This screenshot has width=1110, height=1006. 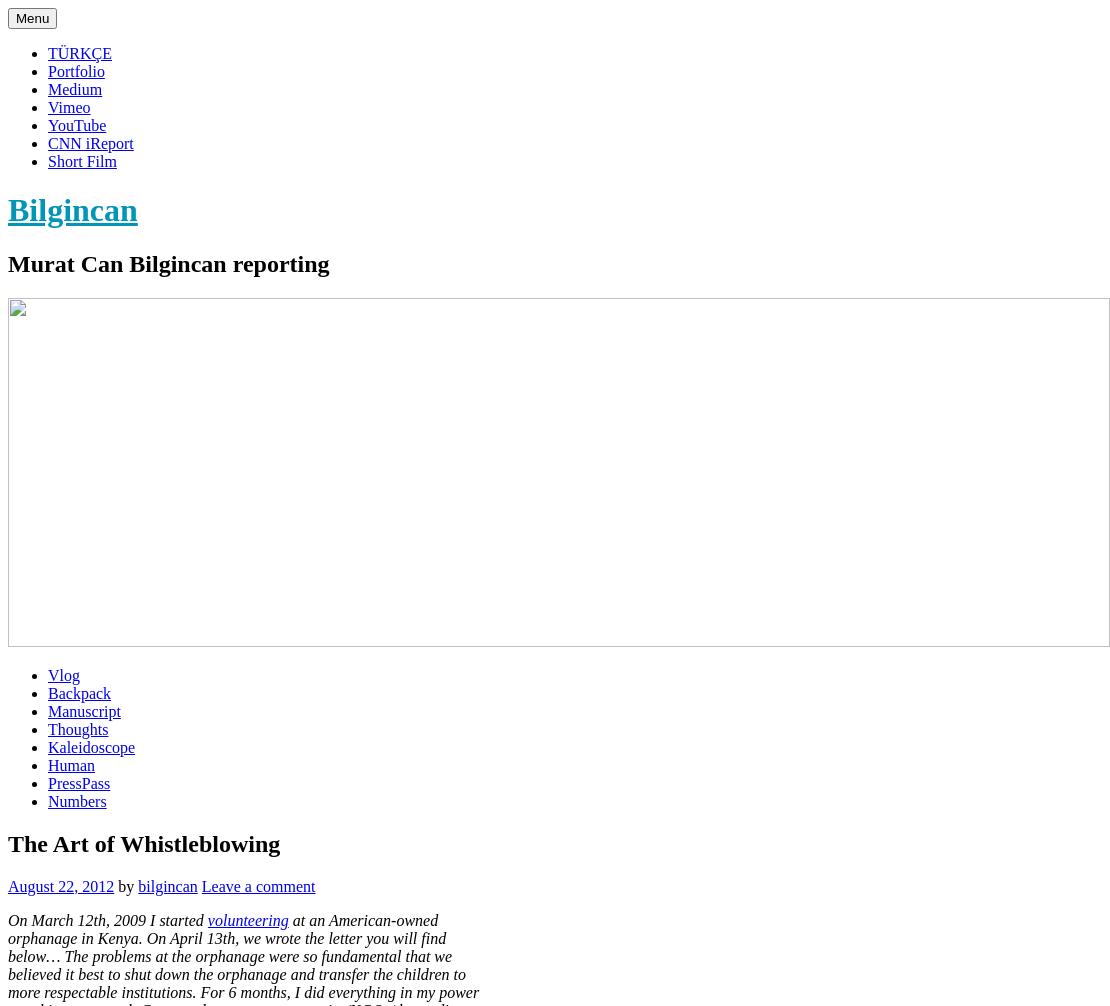 I want to click on 'Numbers', so click(x=76, y=799).